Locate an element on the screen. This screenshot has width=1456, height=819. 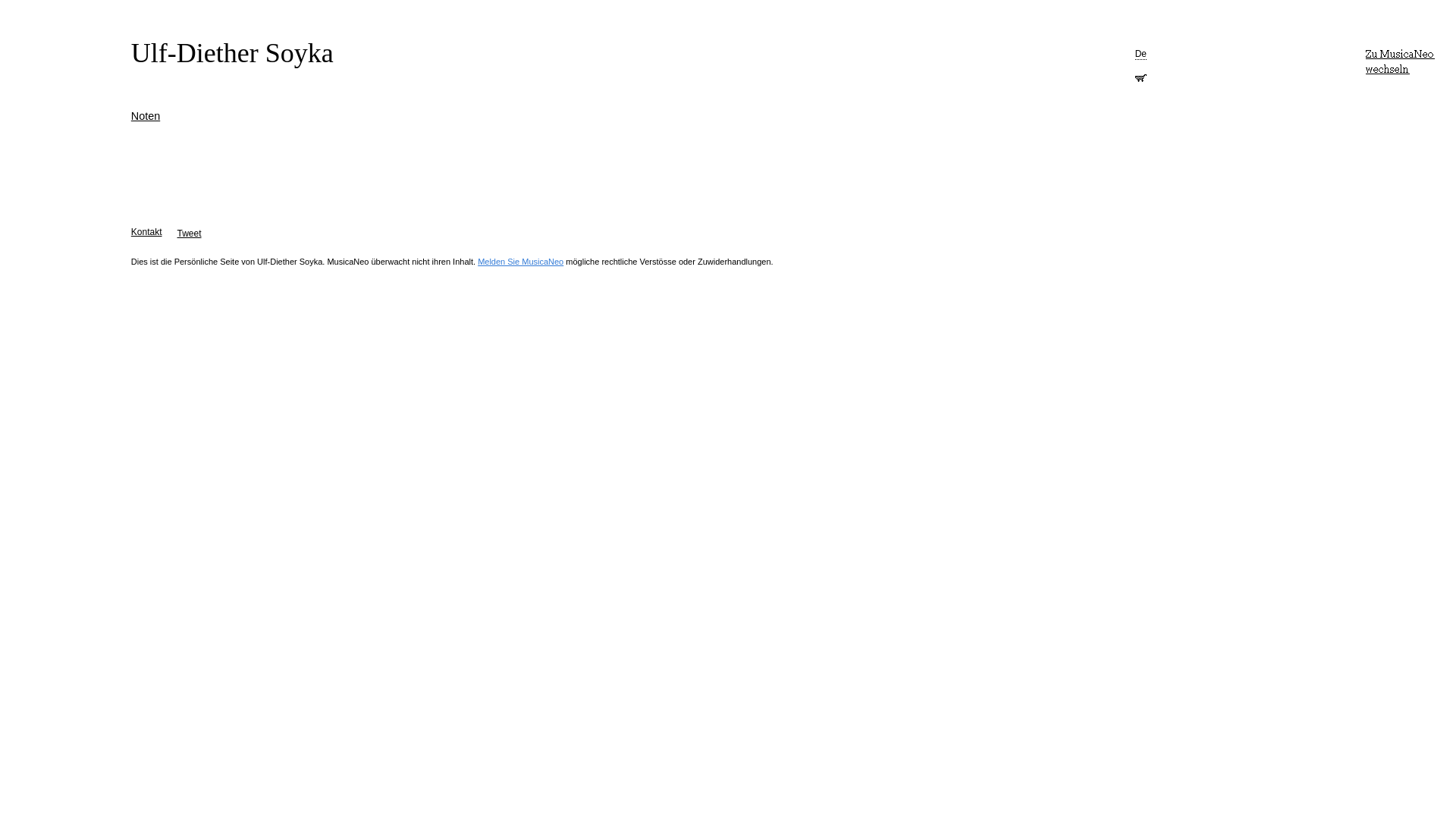
'Einkaufskorb' is located at coordinates (1140, 76).